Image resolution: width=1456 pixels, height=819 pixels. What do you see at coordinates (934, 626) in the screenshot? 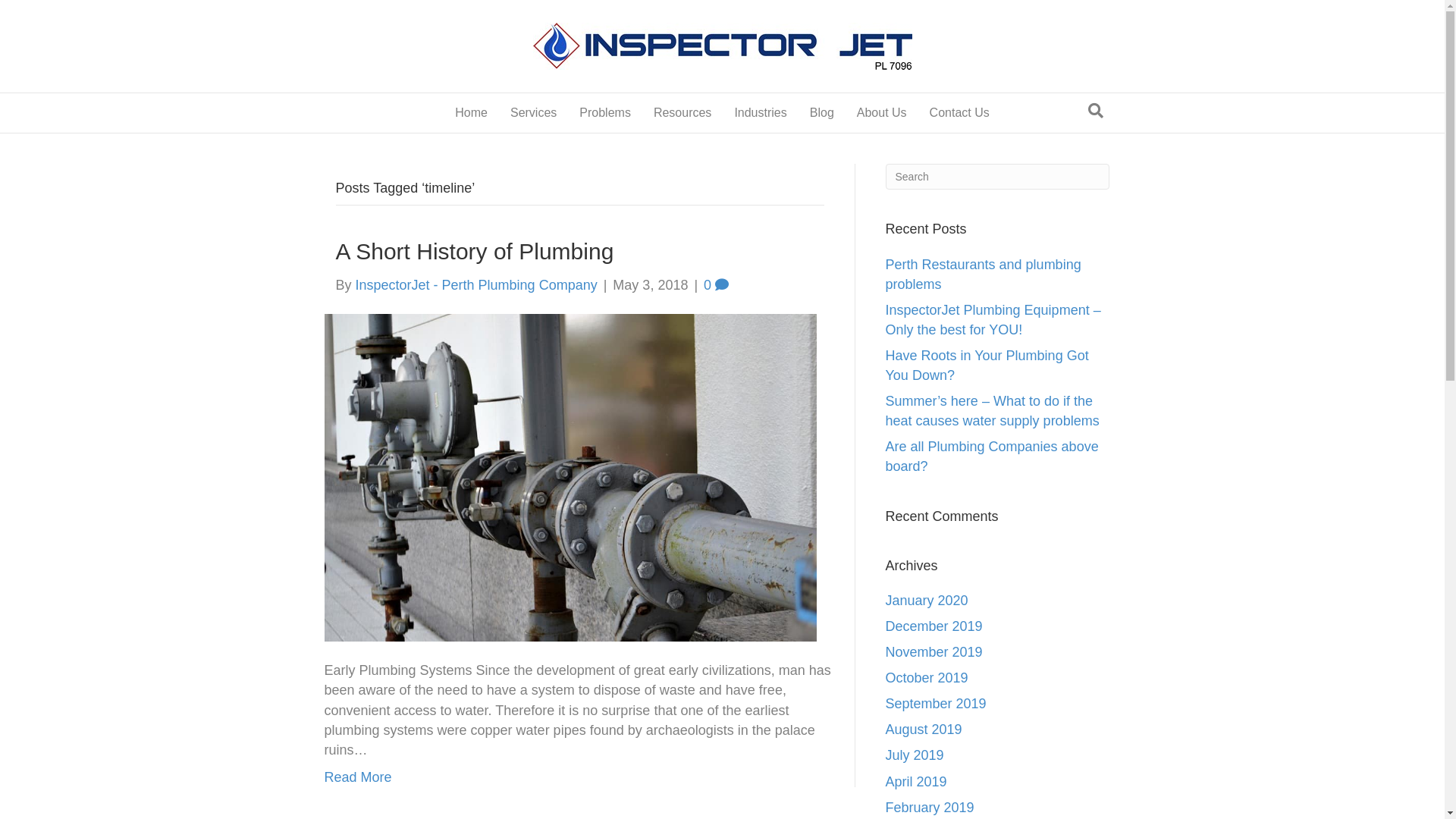
I see `'December 2019'` at bounding box center [934, 626].